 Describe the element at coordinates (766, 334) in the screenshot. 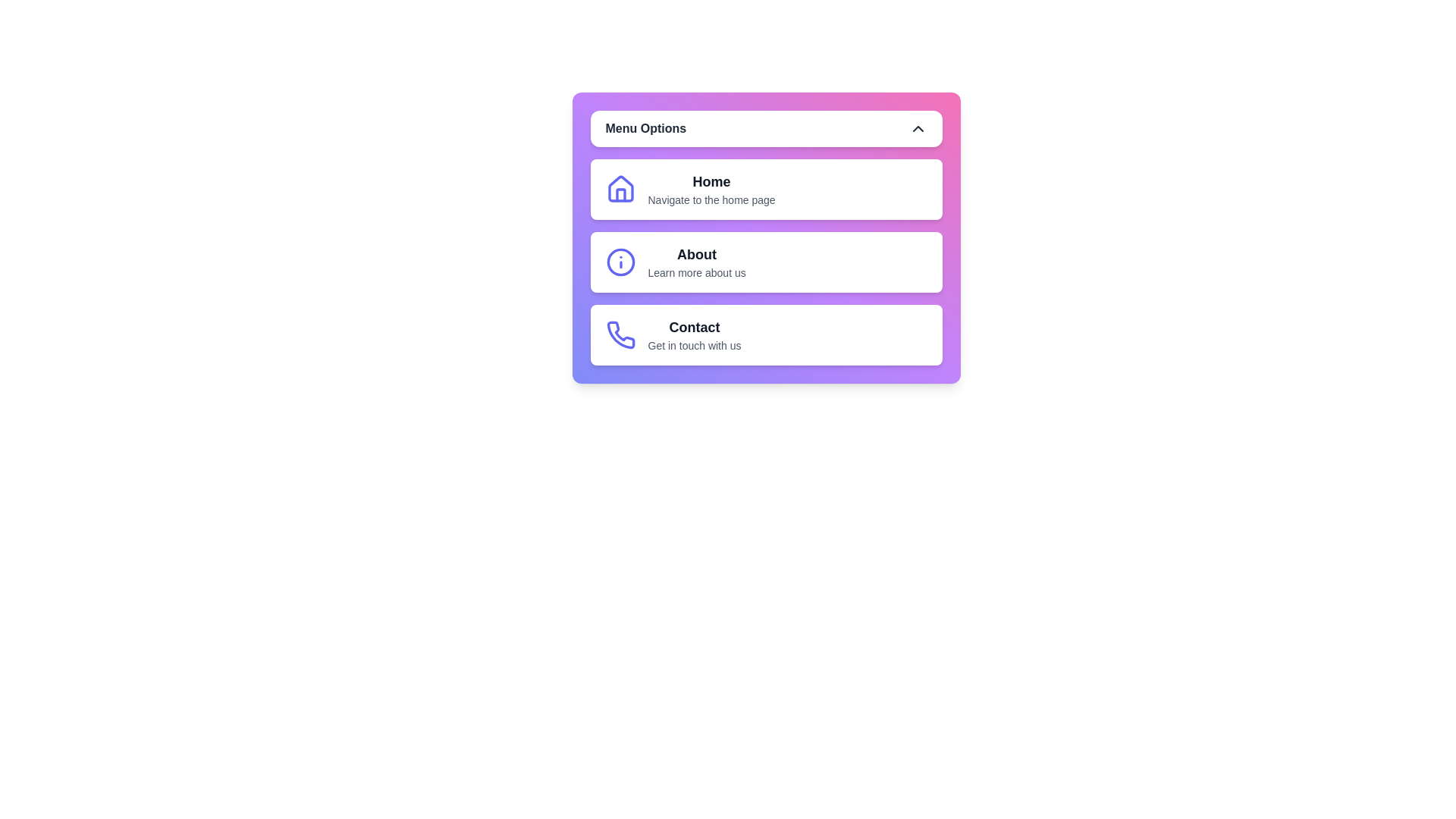

I see `the menu item Contact to view its hover effect` at that location.